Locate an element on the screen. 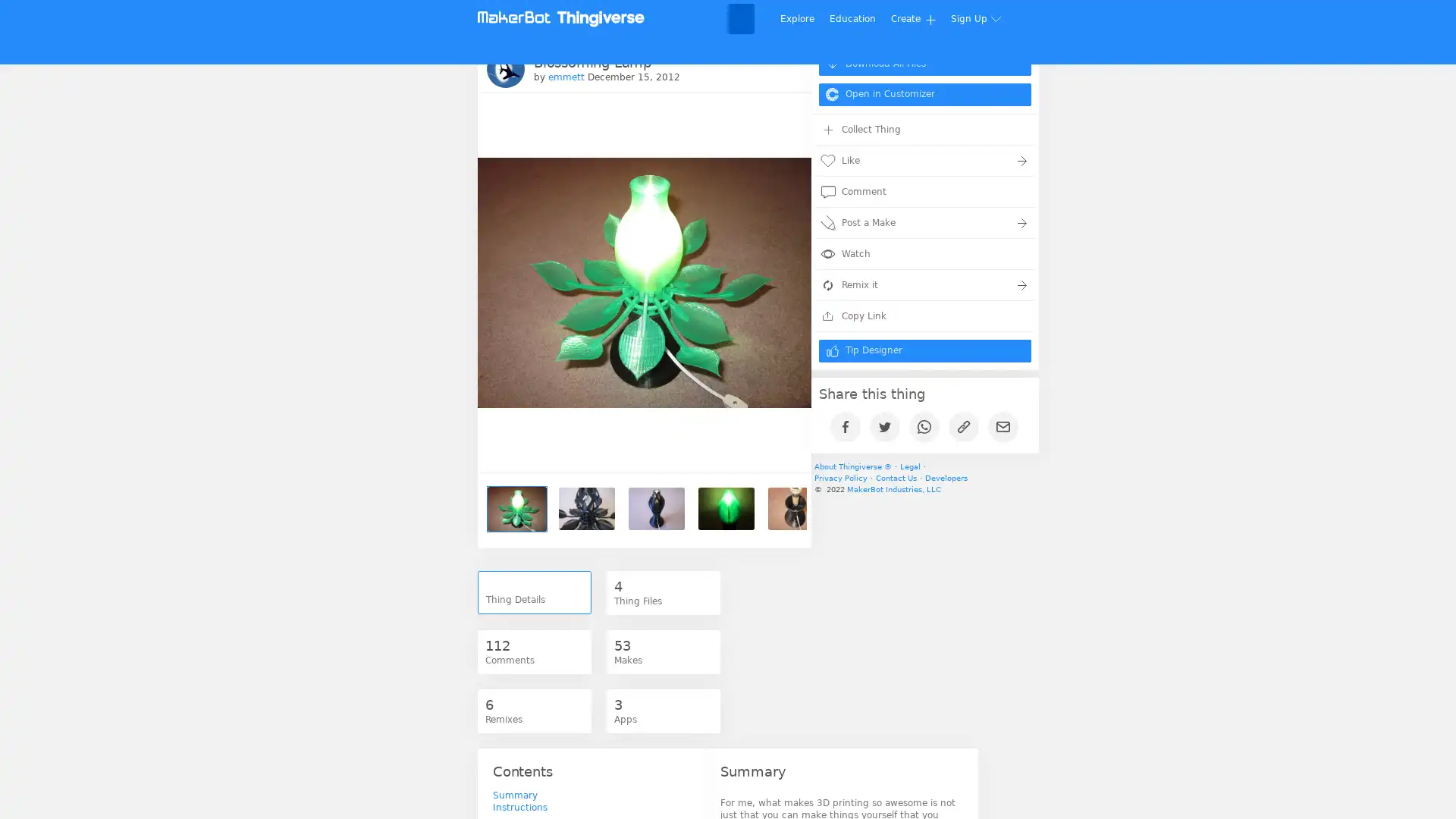 The height and width of the screenshot is (819, 1456). slide item 9 is located at coordinates (1074, 508).